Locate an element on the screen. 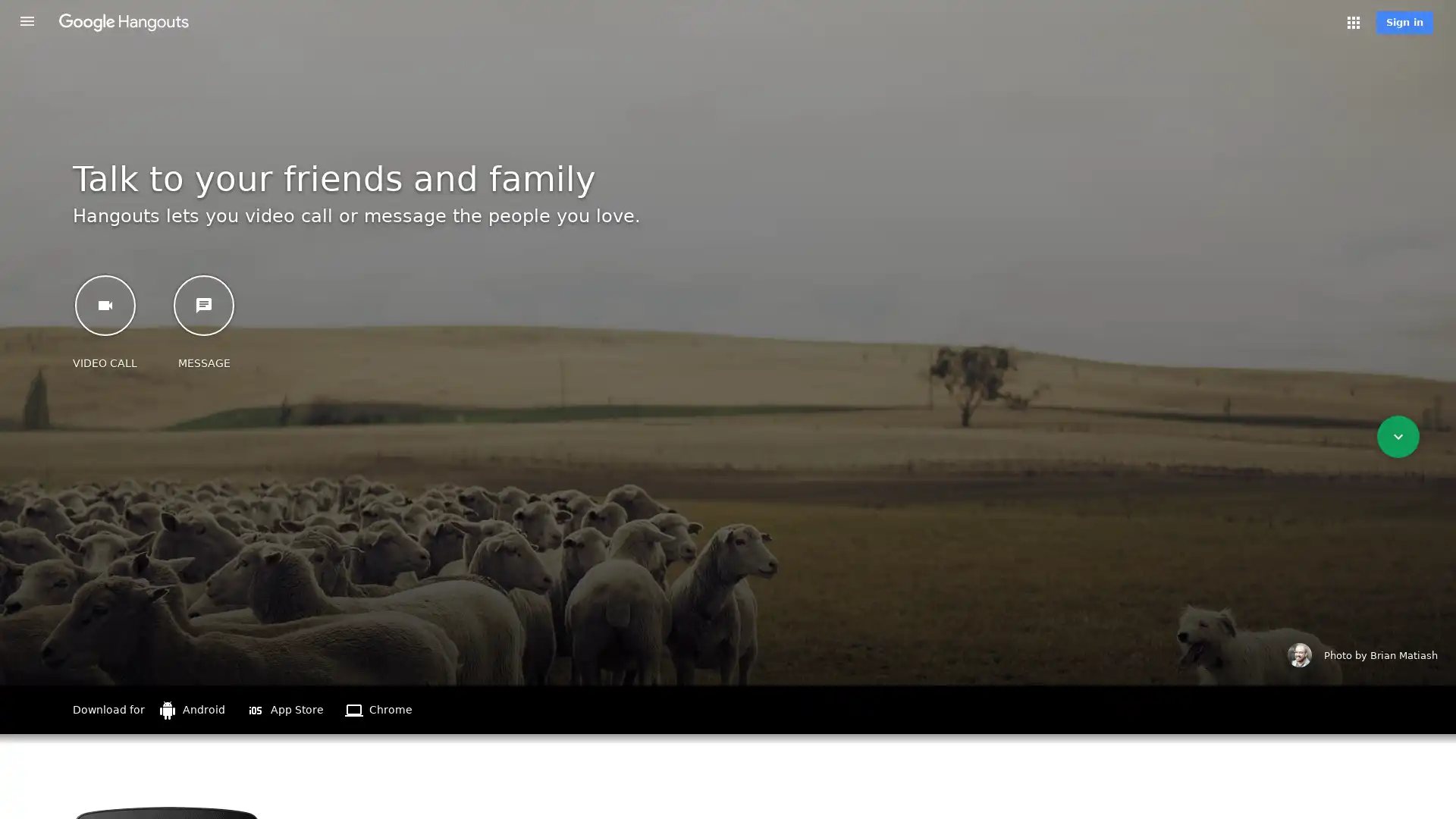  Start chat conversation is located at coordinates (202, 305).